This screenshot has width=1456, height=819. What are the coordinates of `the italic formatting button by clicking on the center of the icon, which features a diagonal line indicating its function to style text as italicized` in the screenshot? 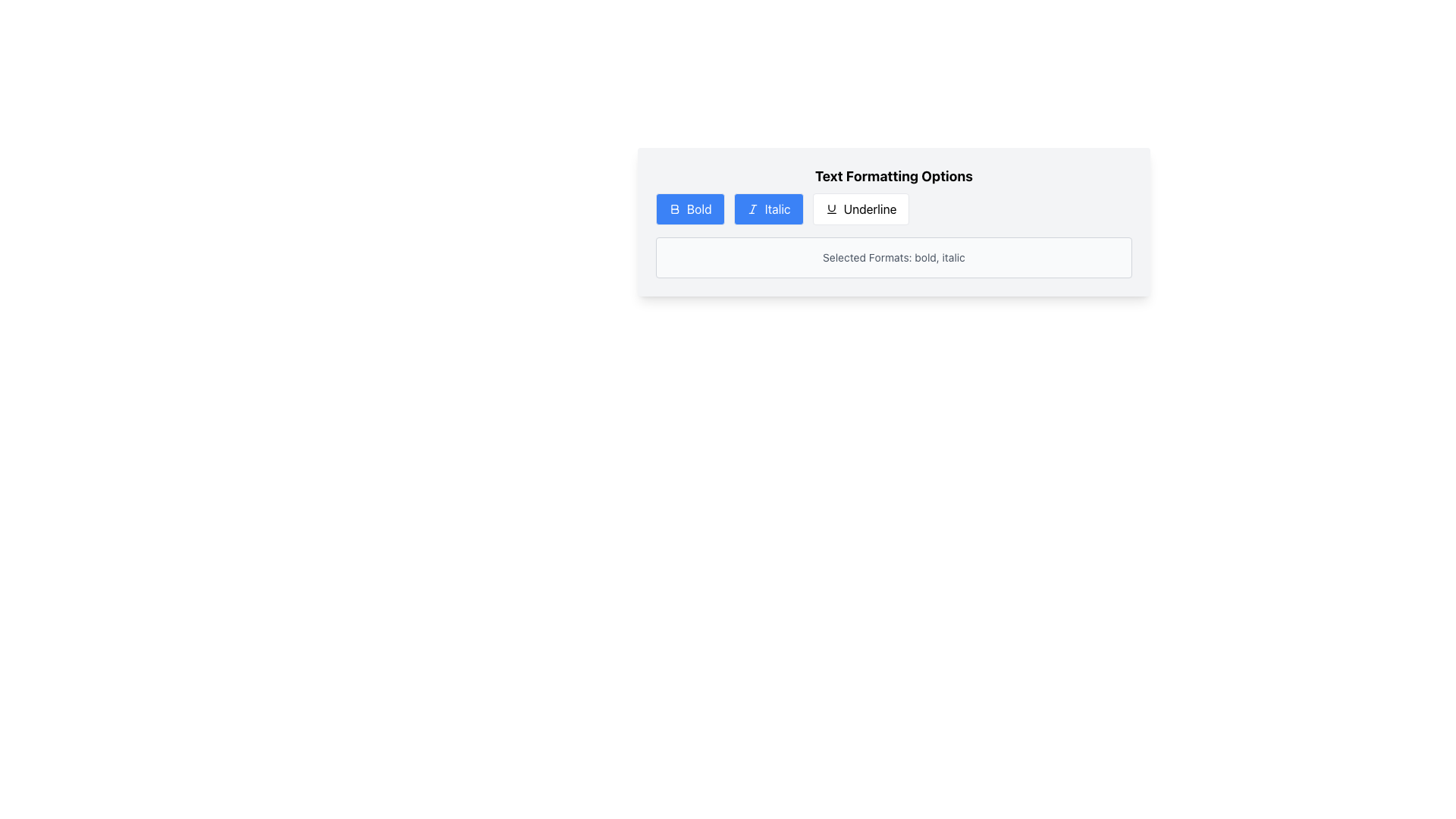 It's located at (752, 209).